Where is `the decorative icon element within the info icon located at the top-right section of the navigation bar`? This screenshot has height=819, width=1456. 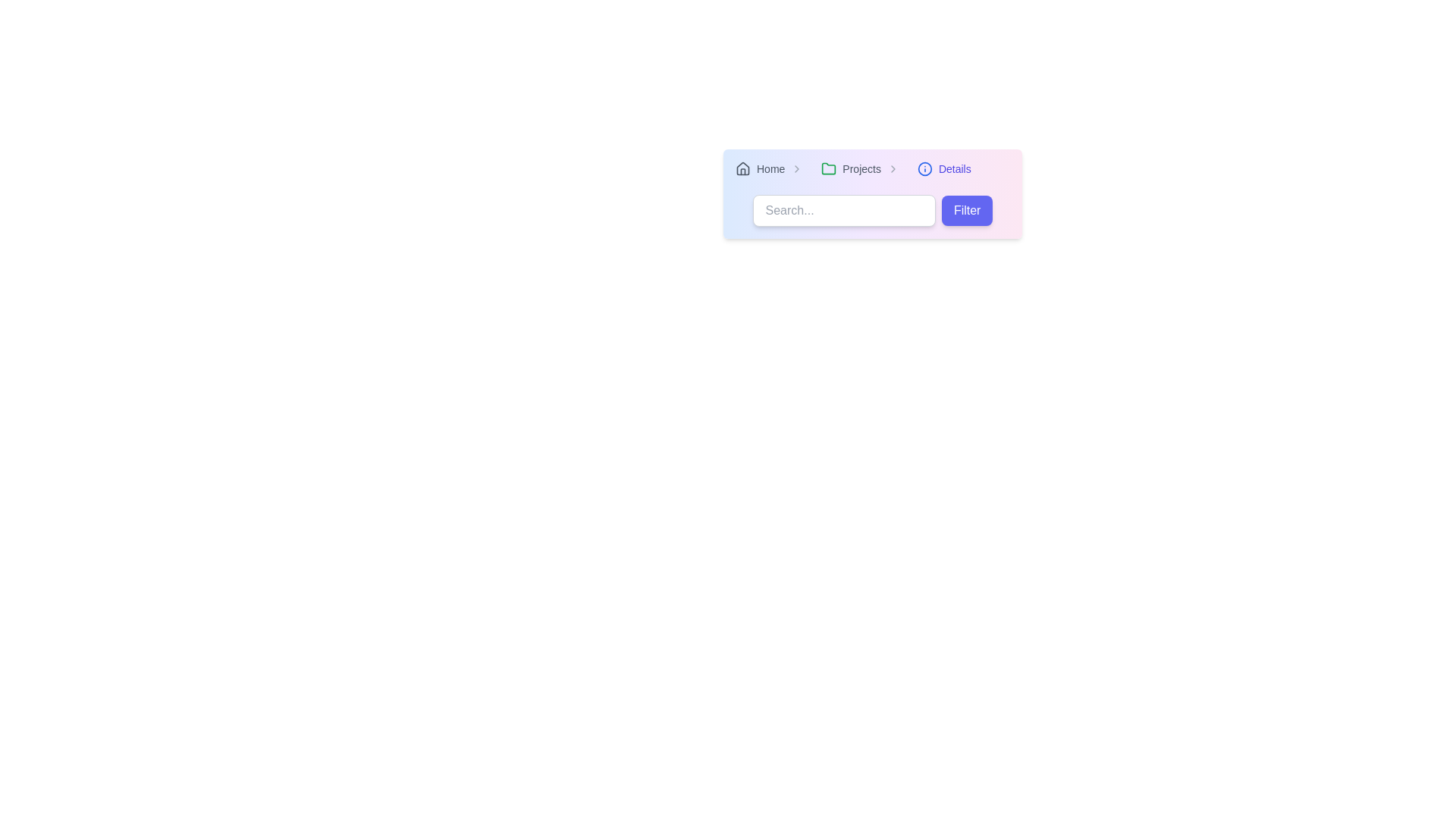
the decorative icon element within the info icon located at the top-right section of the navigation bar is located at coordinates (924, 169).